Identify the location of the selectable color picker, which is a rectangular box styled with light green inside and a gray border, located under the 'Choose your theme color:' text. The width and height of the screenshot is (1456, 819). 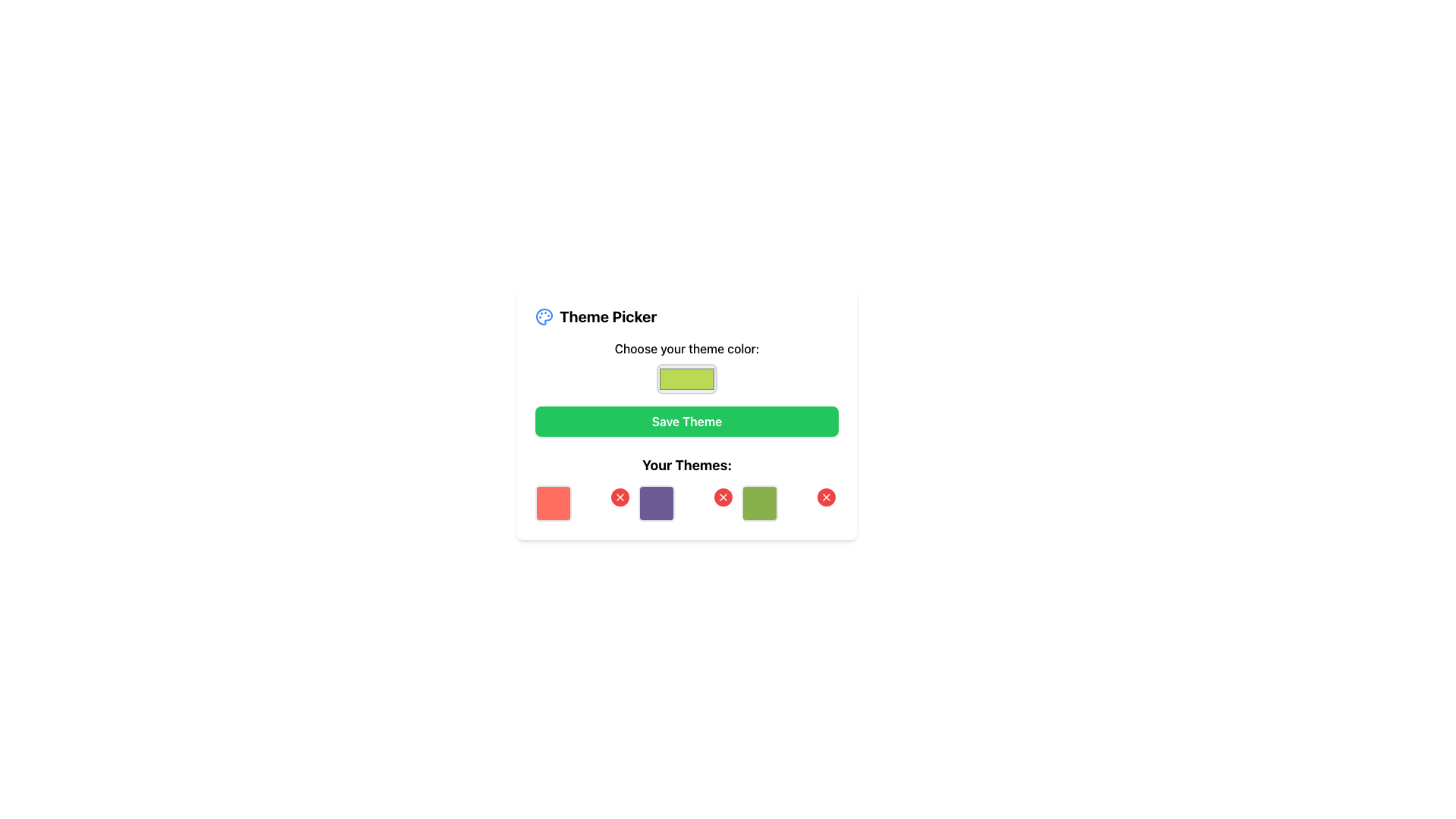
(686, 366).